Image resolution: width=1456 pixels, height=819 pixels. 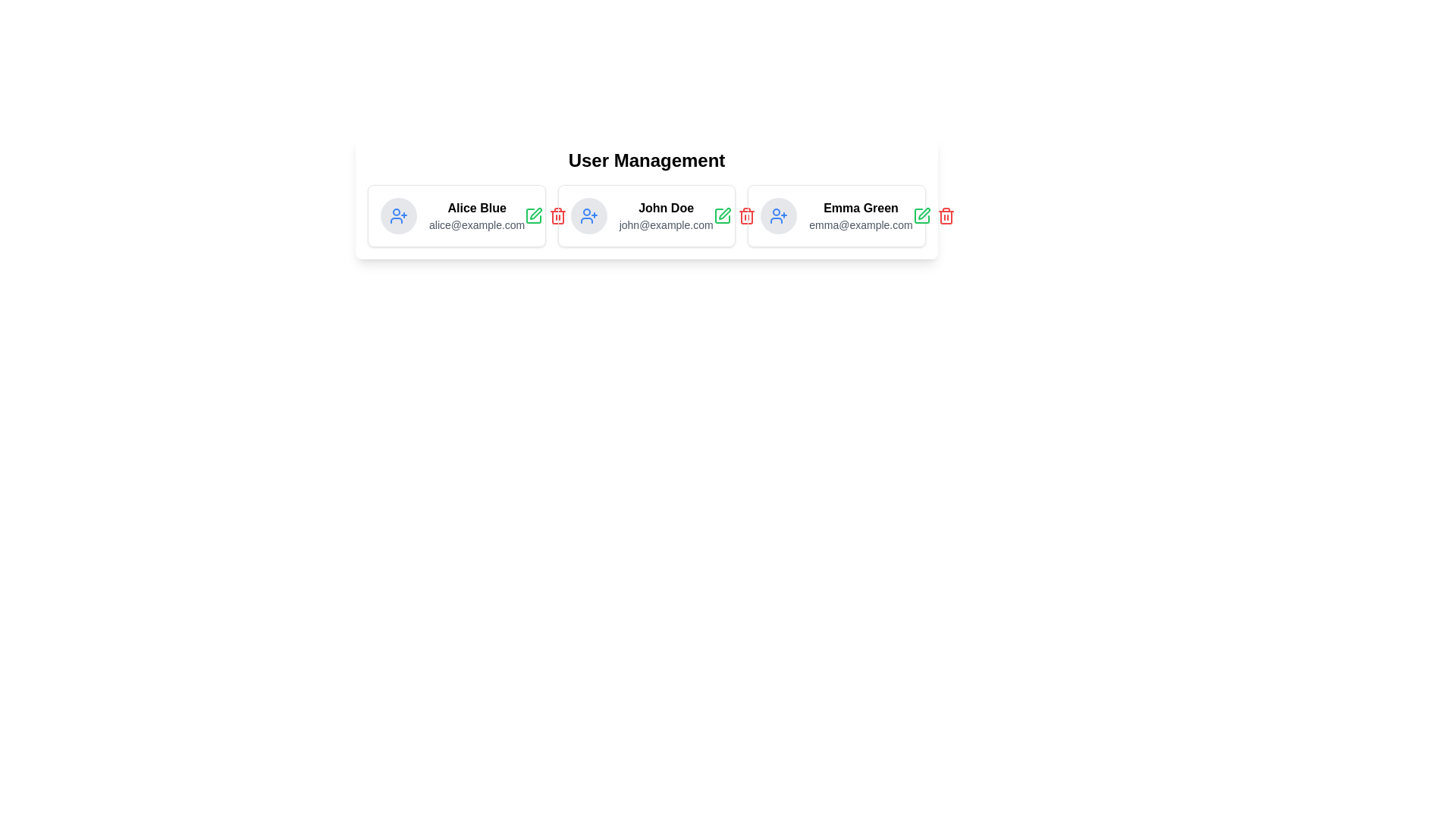 I want to click on the rounded gray button with a light blue user icon located at the left side of the row displaying details about Emma Green, so click(x=779, y=216).